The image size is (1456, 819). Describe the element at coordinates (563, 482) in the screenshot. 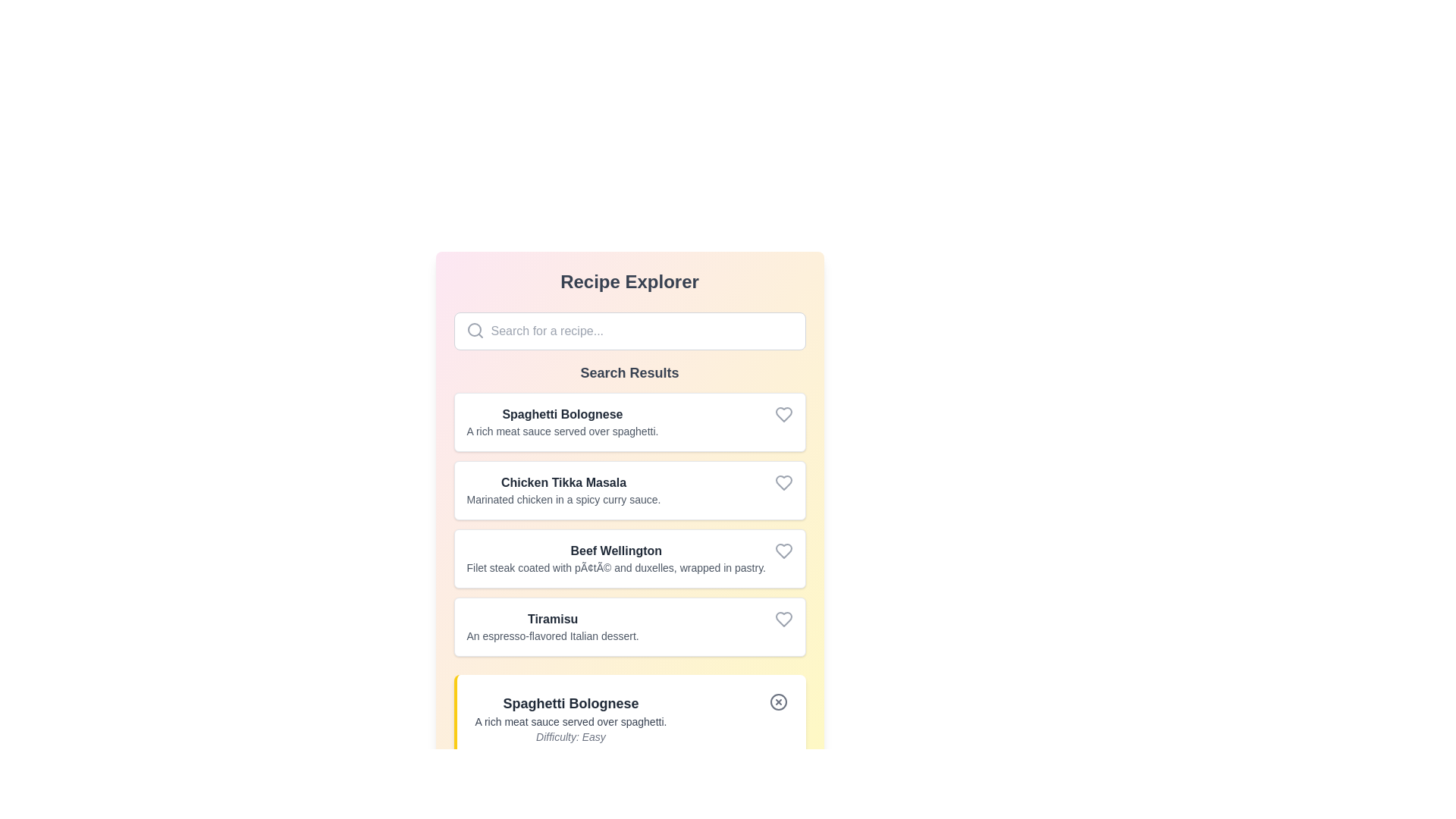

I see `the text label displaying 'Chicken Tikka Masala' which is in bold grayish font, located in the second entry of the search results list` at that location.